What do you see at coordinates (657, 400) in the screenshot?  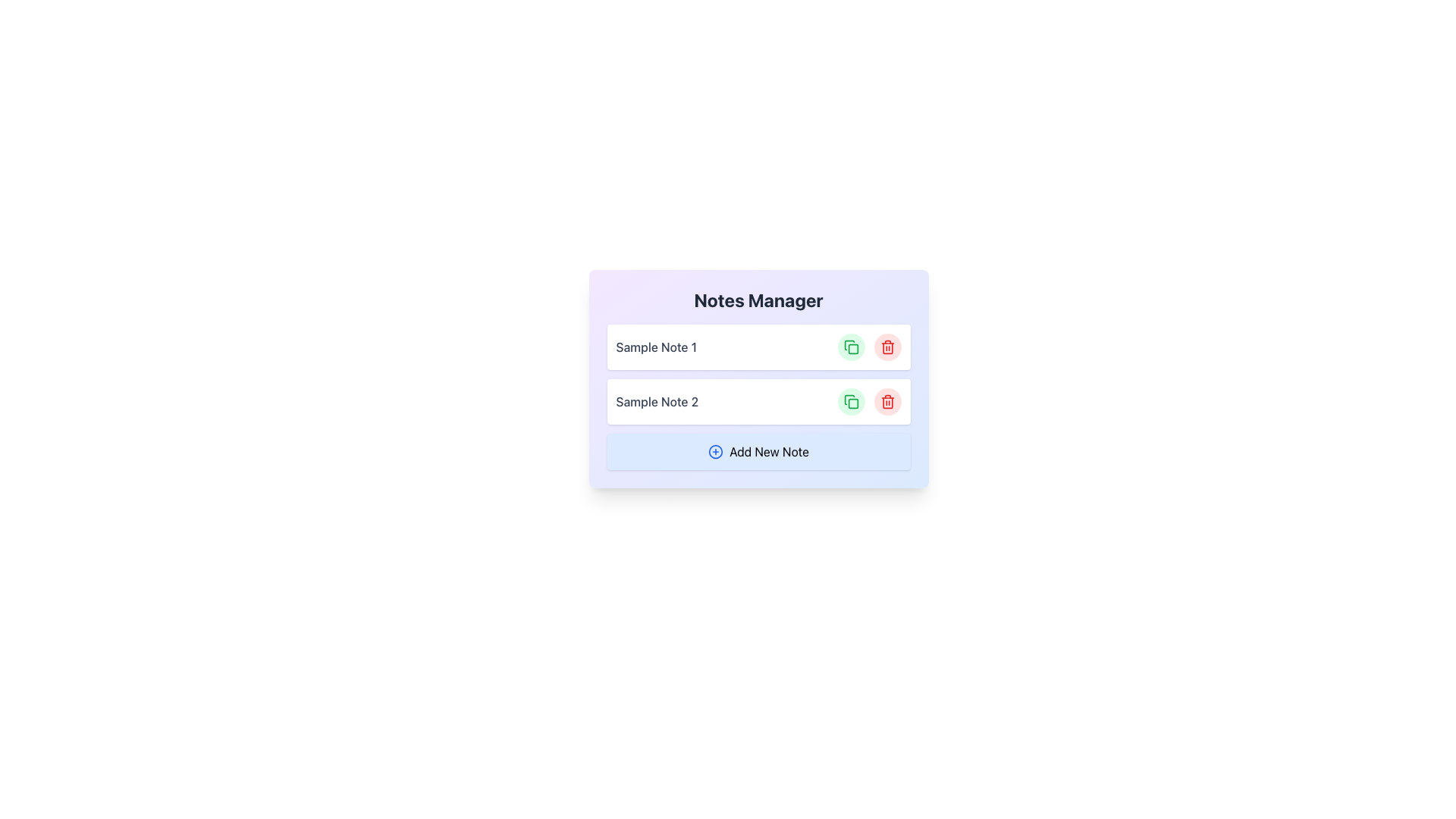 I see `the text label displaying 'Sample Note 2'` at bounding box center [657, 400].